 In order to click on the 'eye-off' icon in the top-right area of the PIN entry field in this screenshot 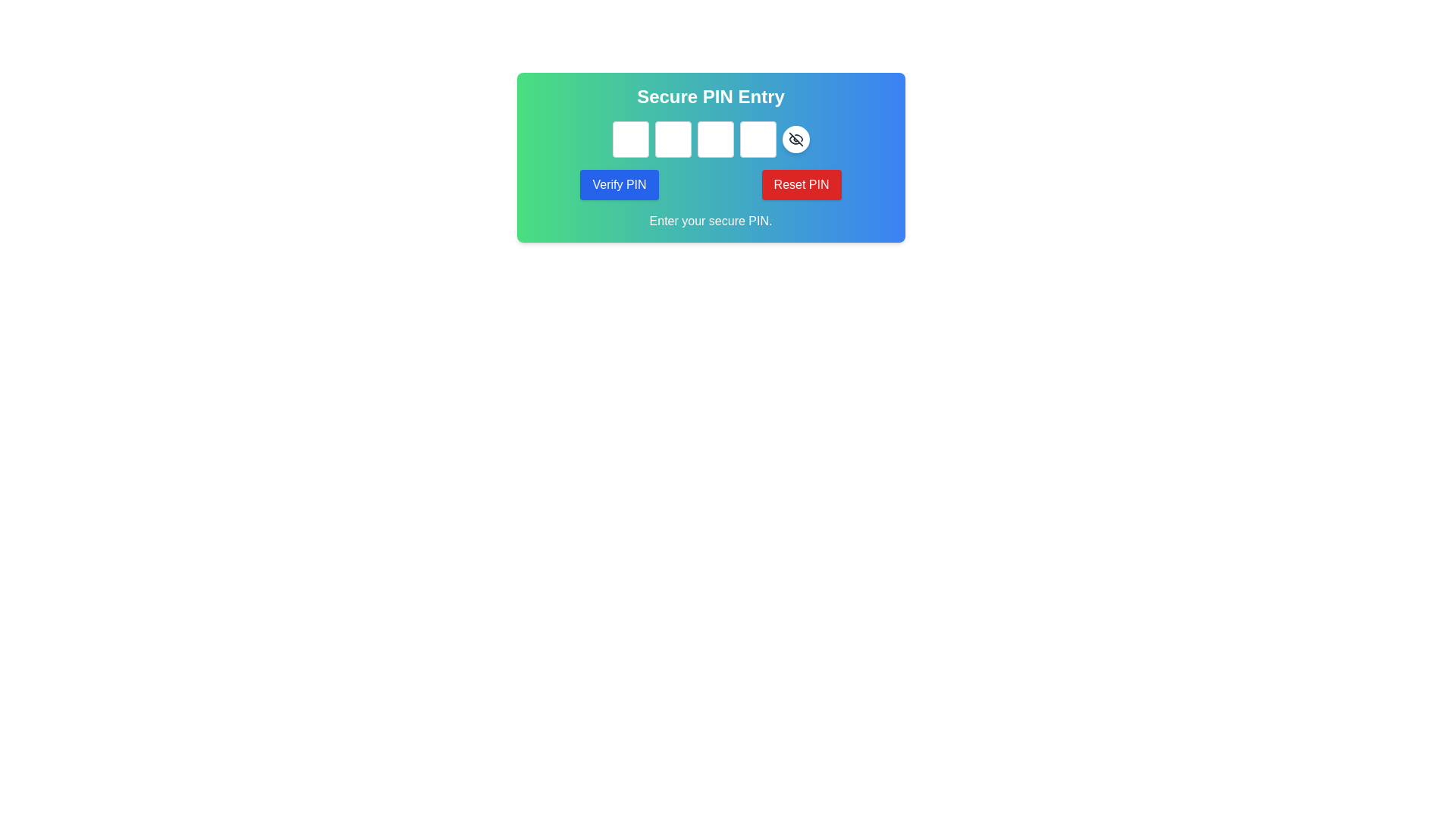, I will do `click(795, 140)`.